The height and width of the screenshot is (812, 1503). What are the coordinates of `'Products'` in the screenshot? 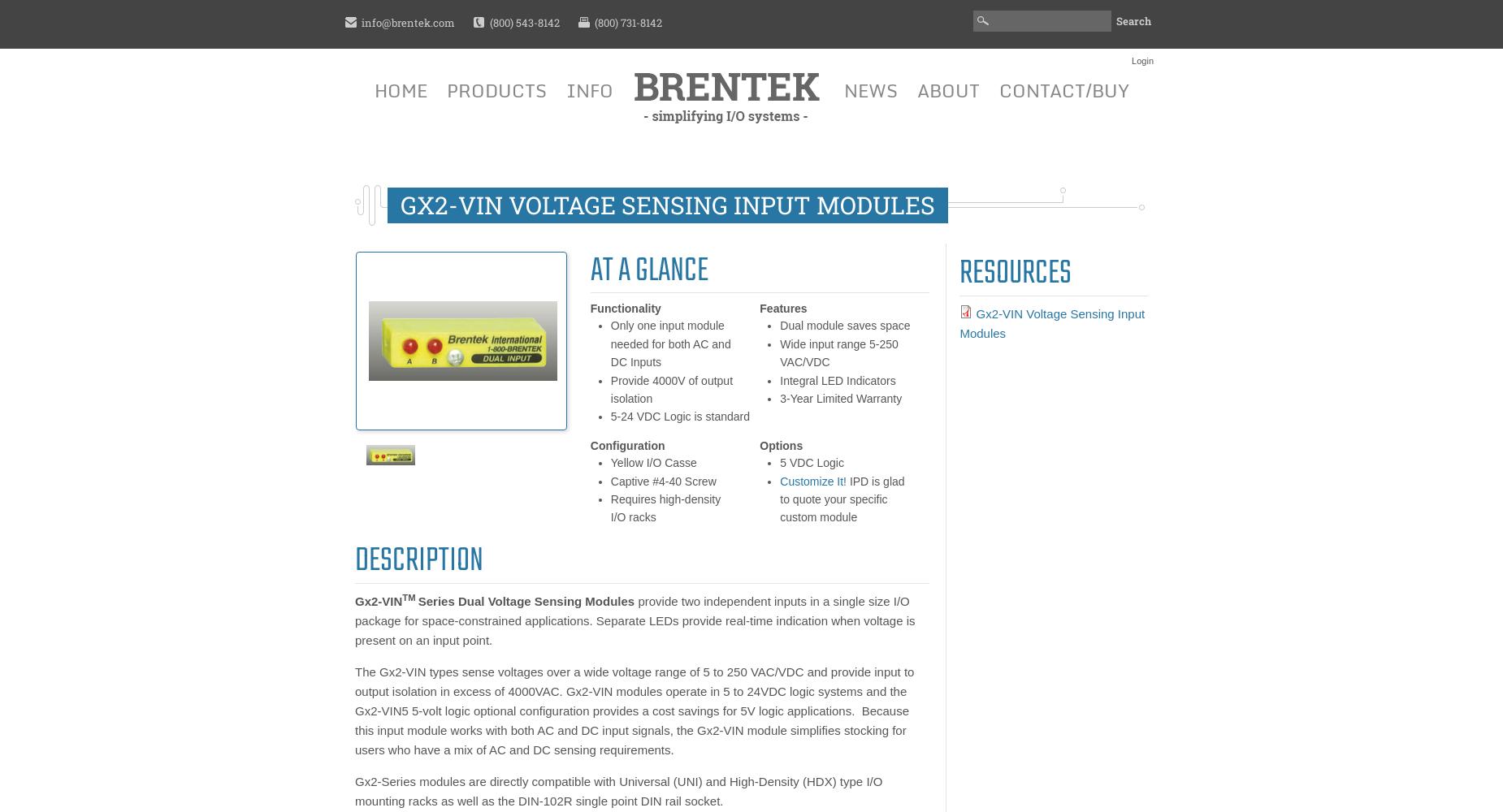 It's located at (496, 89).